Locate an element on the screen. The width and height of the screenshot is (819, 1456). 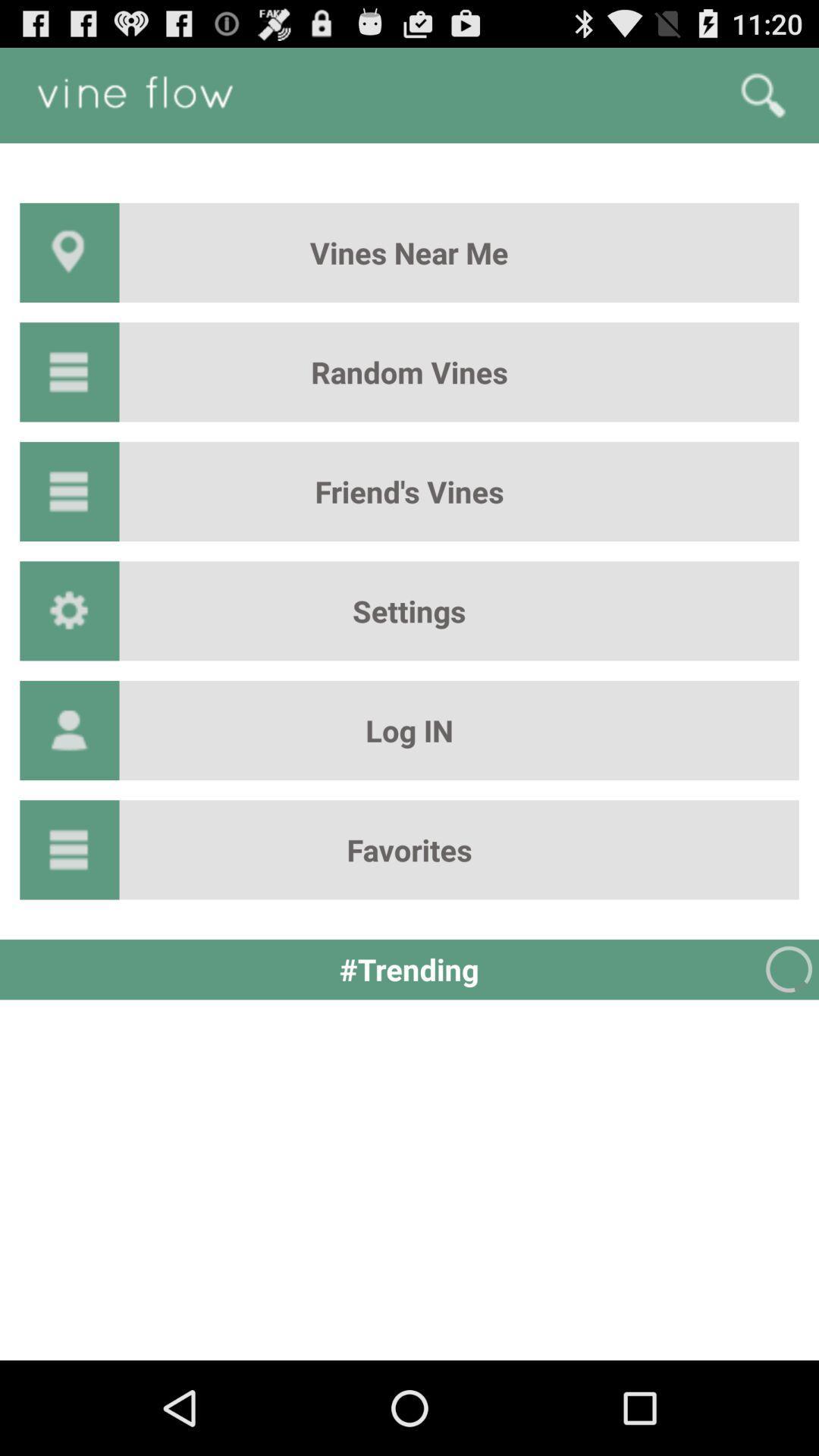
icon at the top right corner is located at coordinates (763, 94).